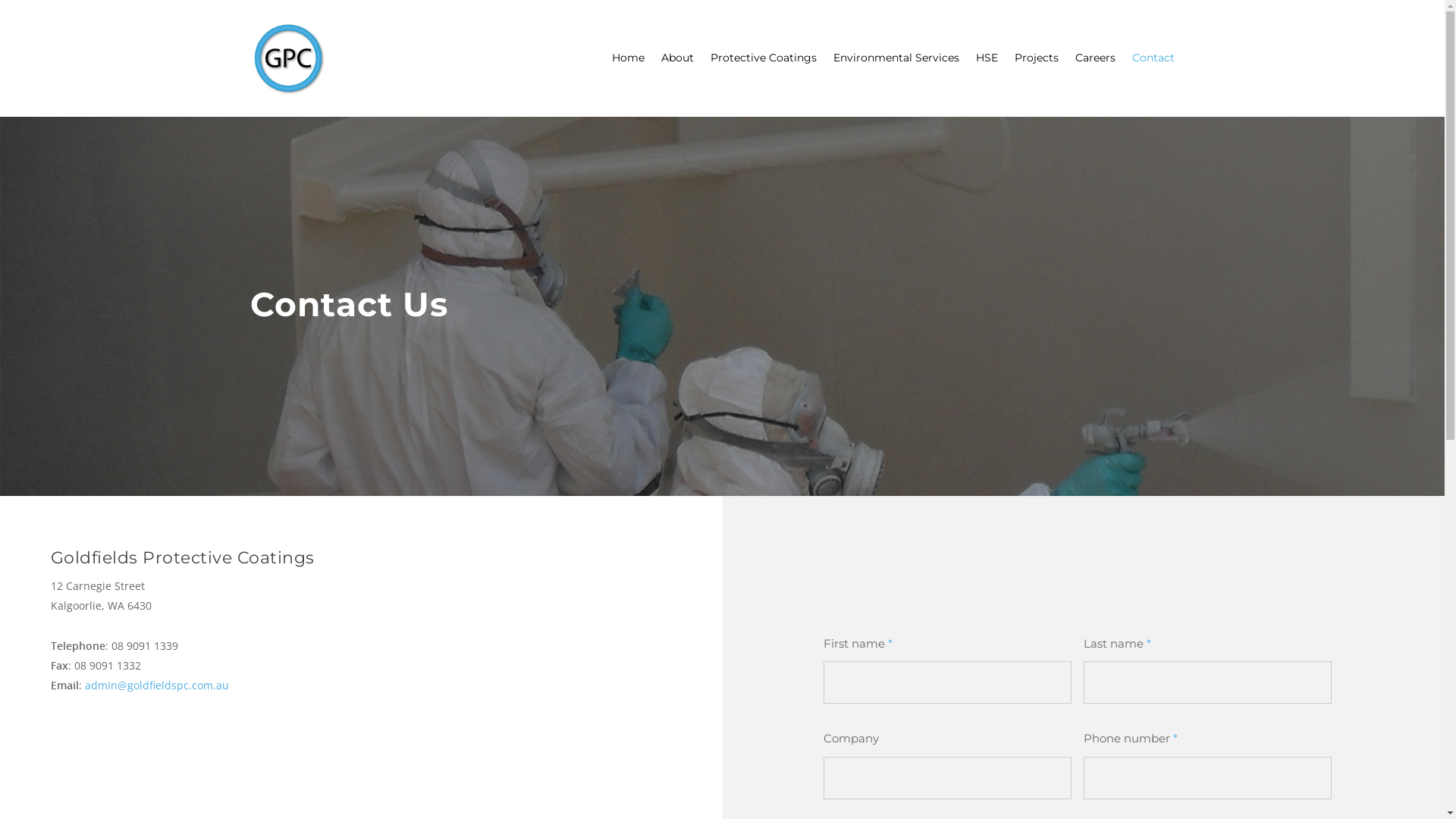  What do you see at coordinates (676, 69) in the screenshot?
I see `'About'` at bounding box center [676, 69].